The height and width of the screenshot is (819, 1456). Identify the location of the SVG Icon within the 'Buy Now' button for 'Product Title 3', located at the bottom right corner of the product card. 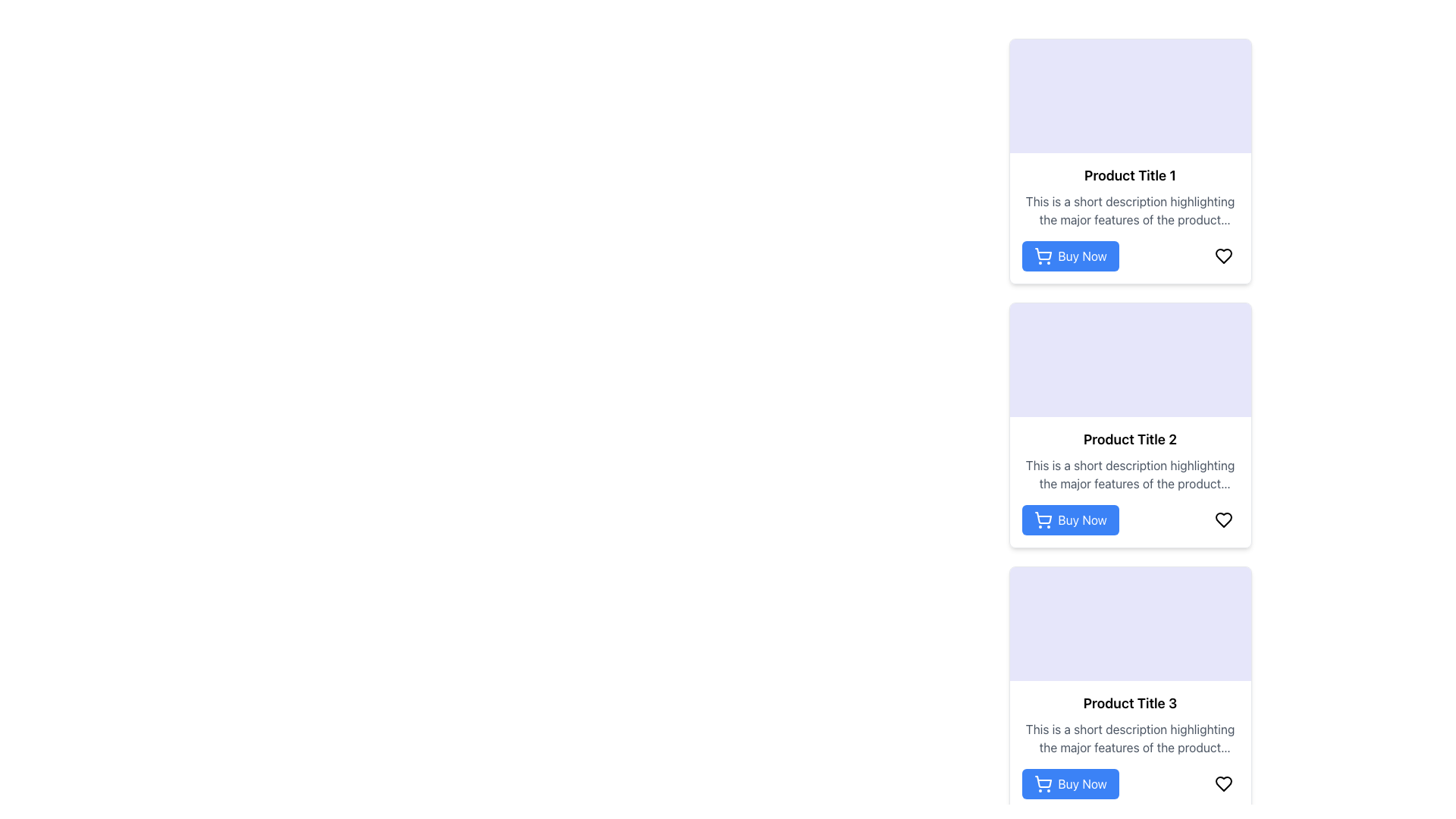
(1042, 782).